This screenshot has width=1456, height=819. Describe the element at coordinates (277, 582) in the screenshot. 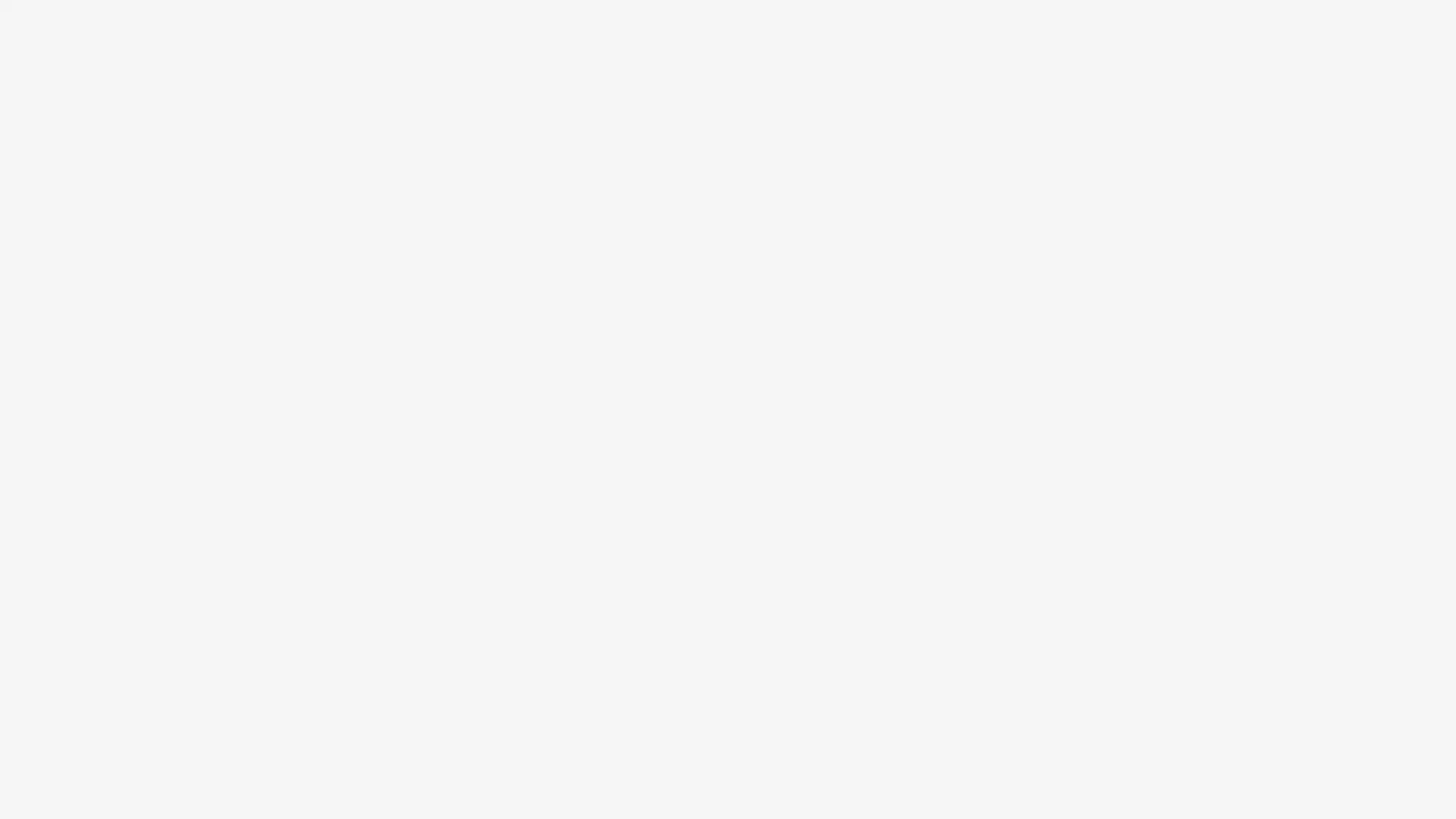

I see `Close` at that location.